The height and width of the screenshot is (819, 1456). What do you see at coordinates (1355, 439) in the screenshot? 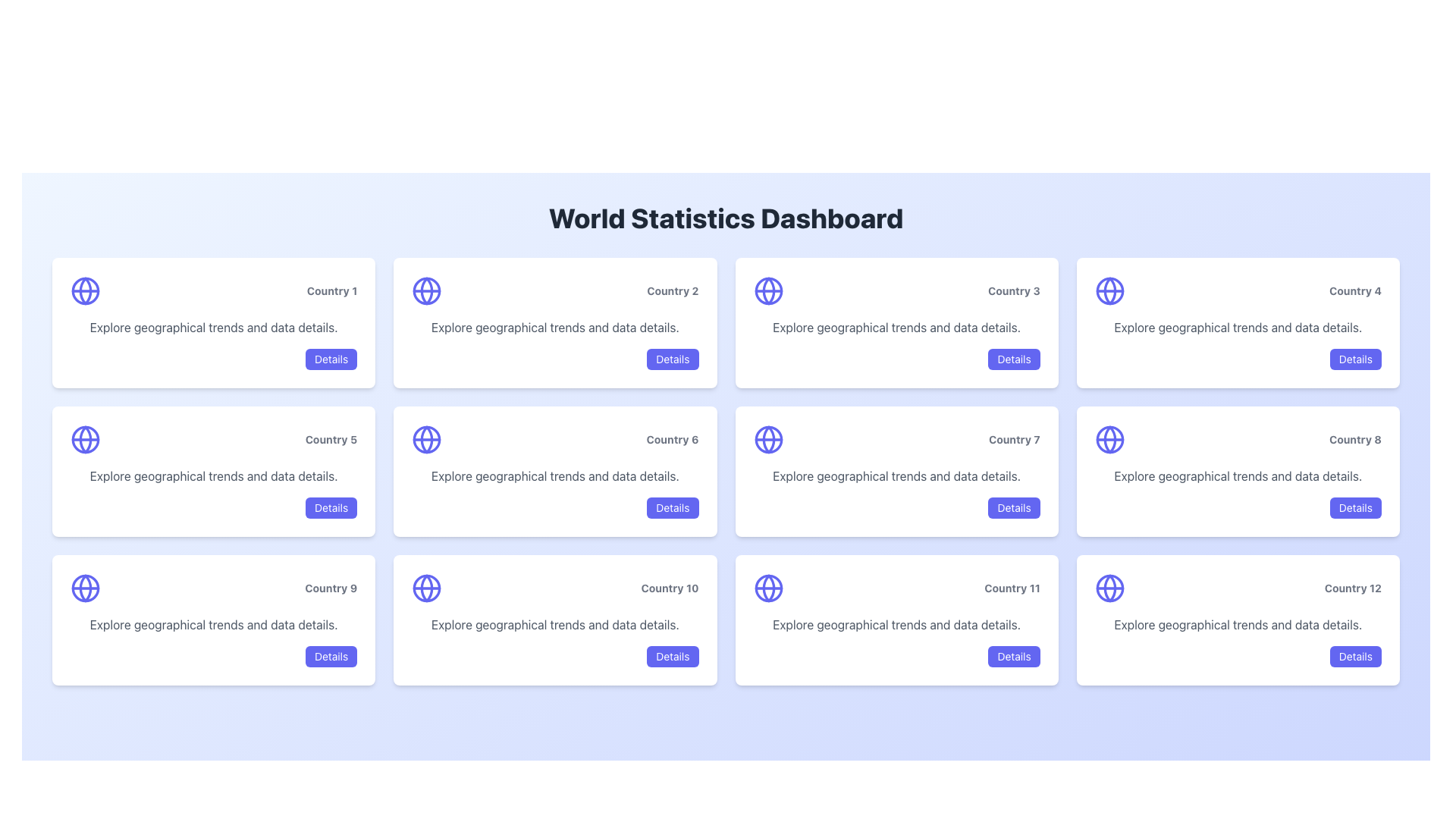
I see `the static text label displaying 'Country 8', which is located in the top-right corner of the card in the second row, fourth column of the grid layout` at bounding box center [1355, 439].